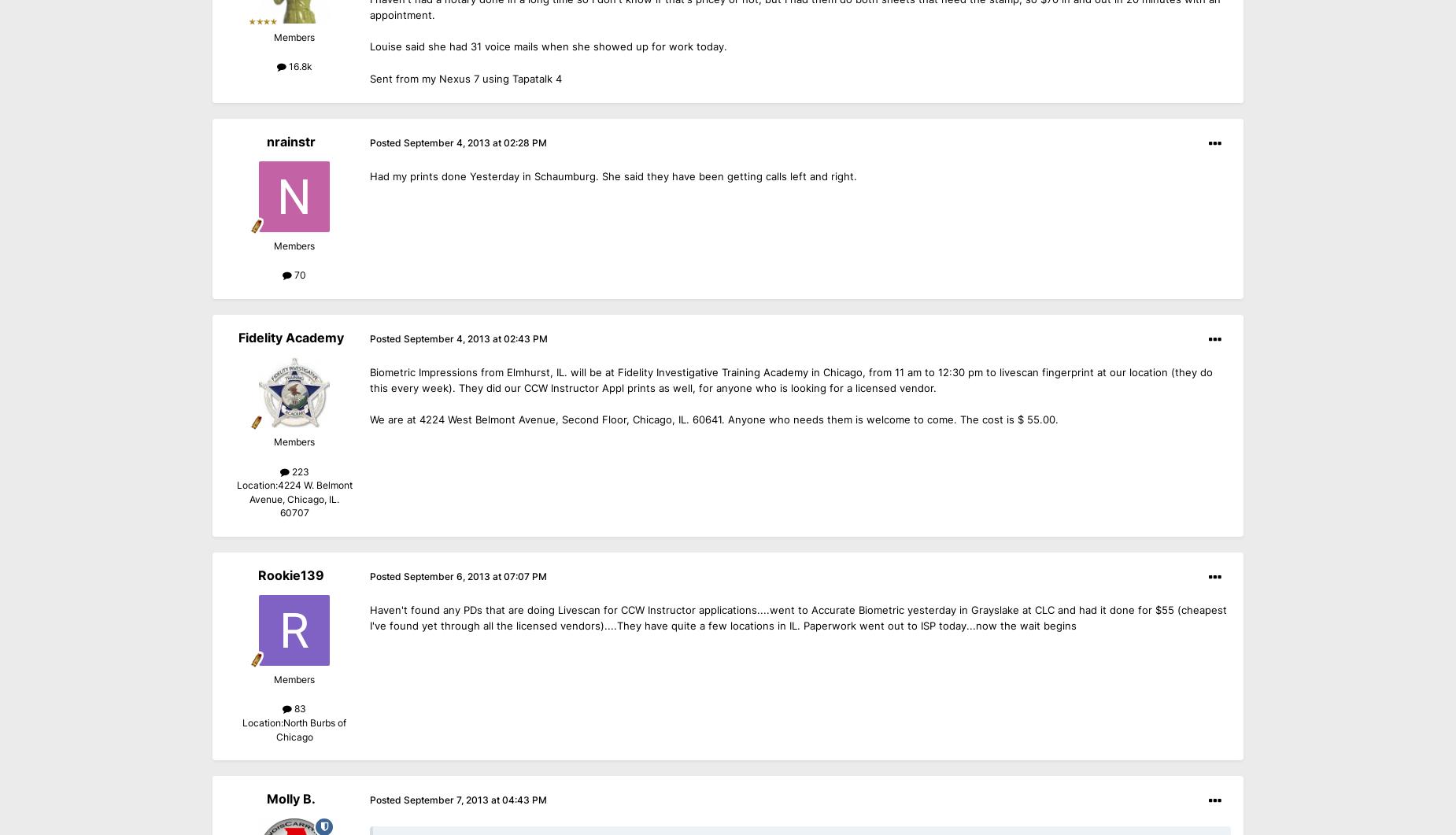 The height and width of the screenshot is (835, 1456). I want to click on 'Had my prints done Yesterday in Schaumburg. She said they have been getting calls left and right.', so click(613, 175).